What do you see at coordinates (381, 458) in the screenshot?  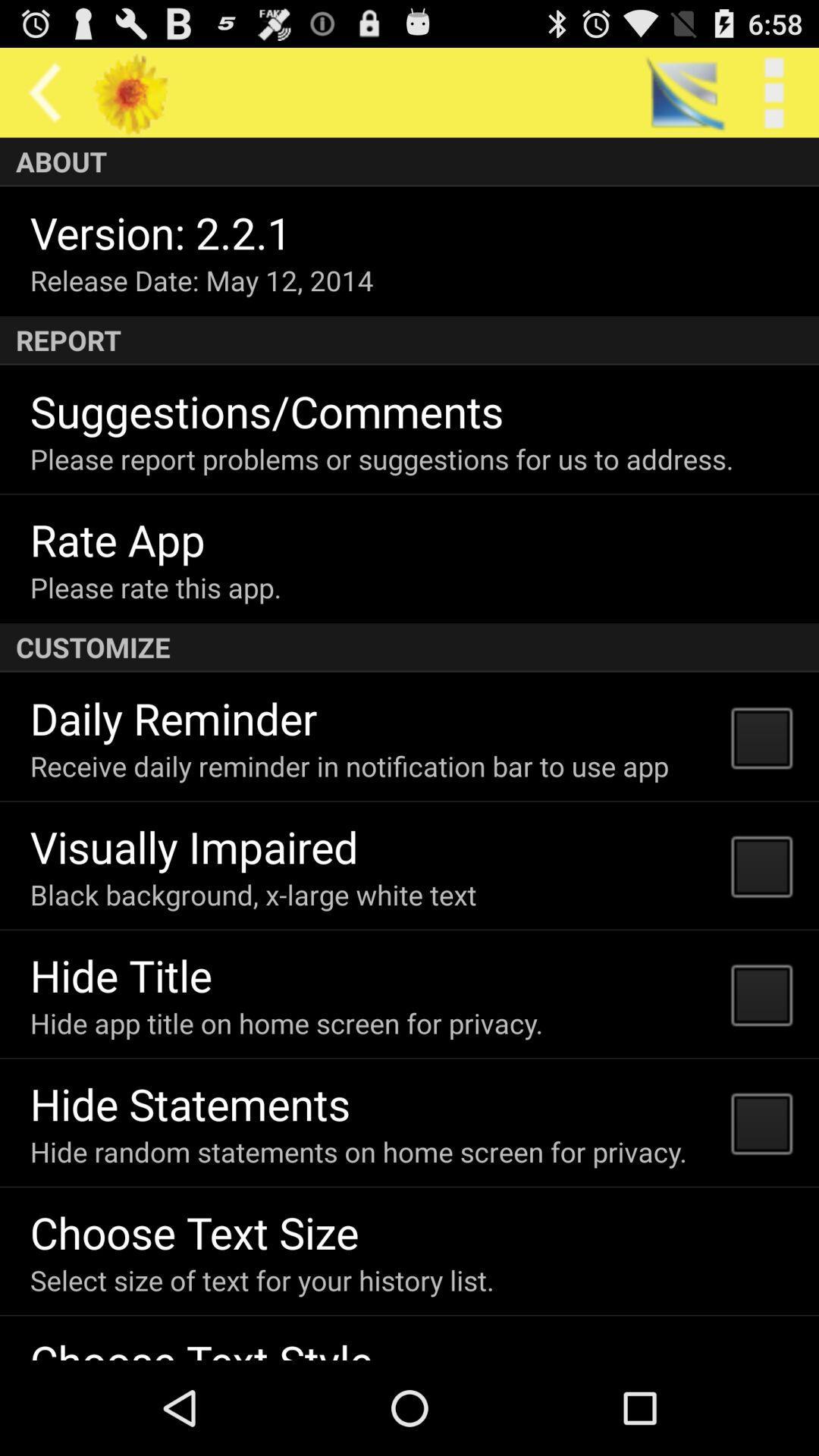 I see `the icon above rate app` at bounding box center [381, 458].